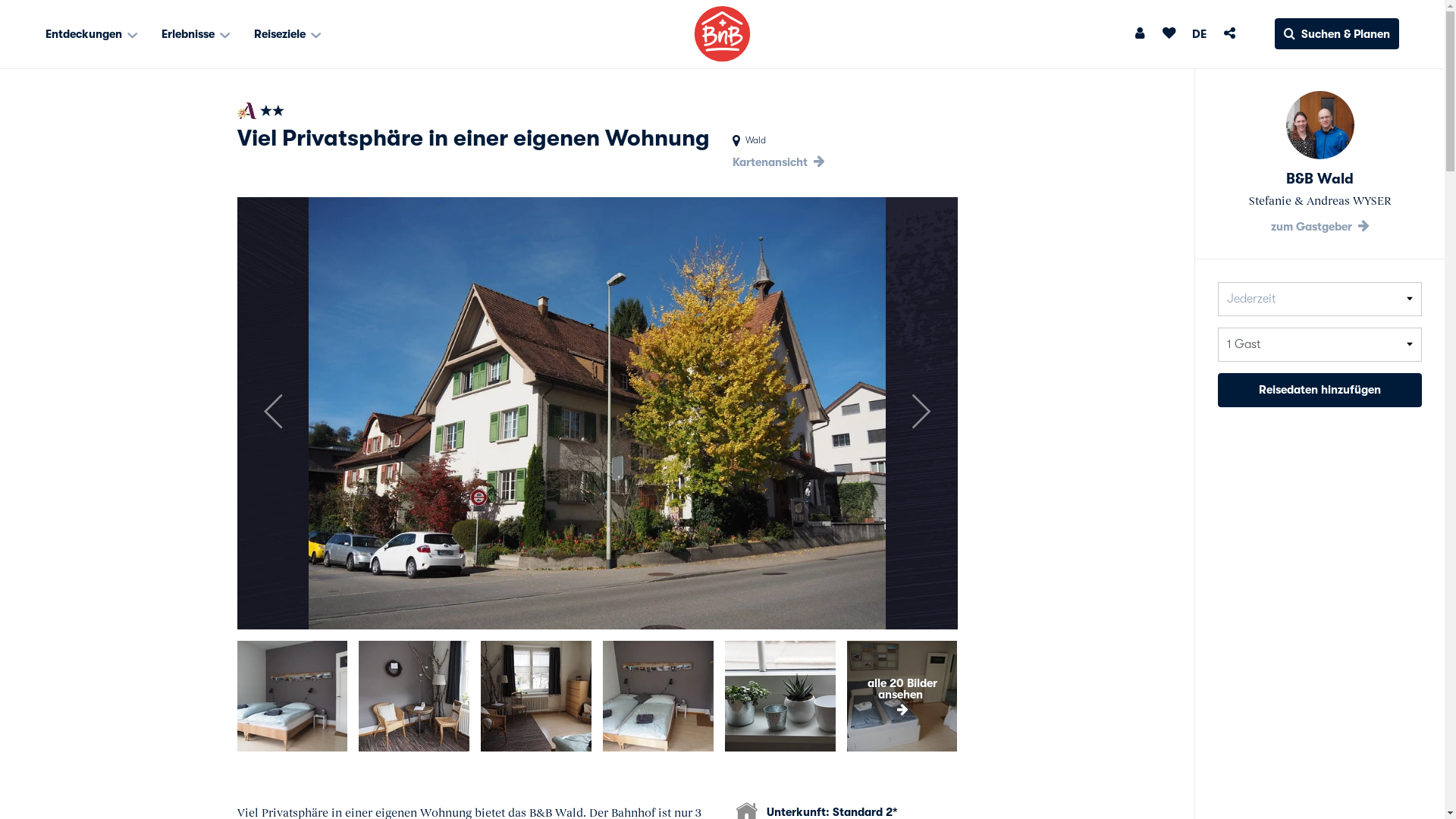 The width and height of the screenshot is (1456, 819). What do you see at coordinates (1319, 227) in the screenshot?
I see `'zum Gastgeber '` at bounding box center [1319, 227].